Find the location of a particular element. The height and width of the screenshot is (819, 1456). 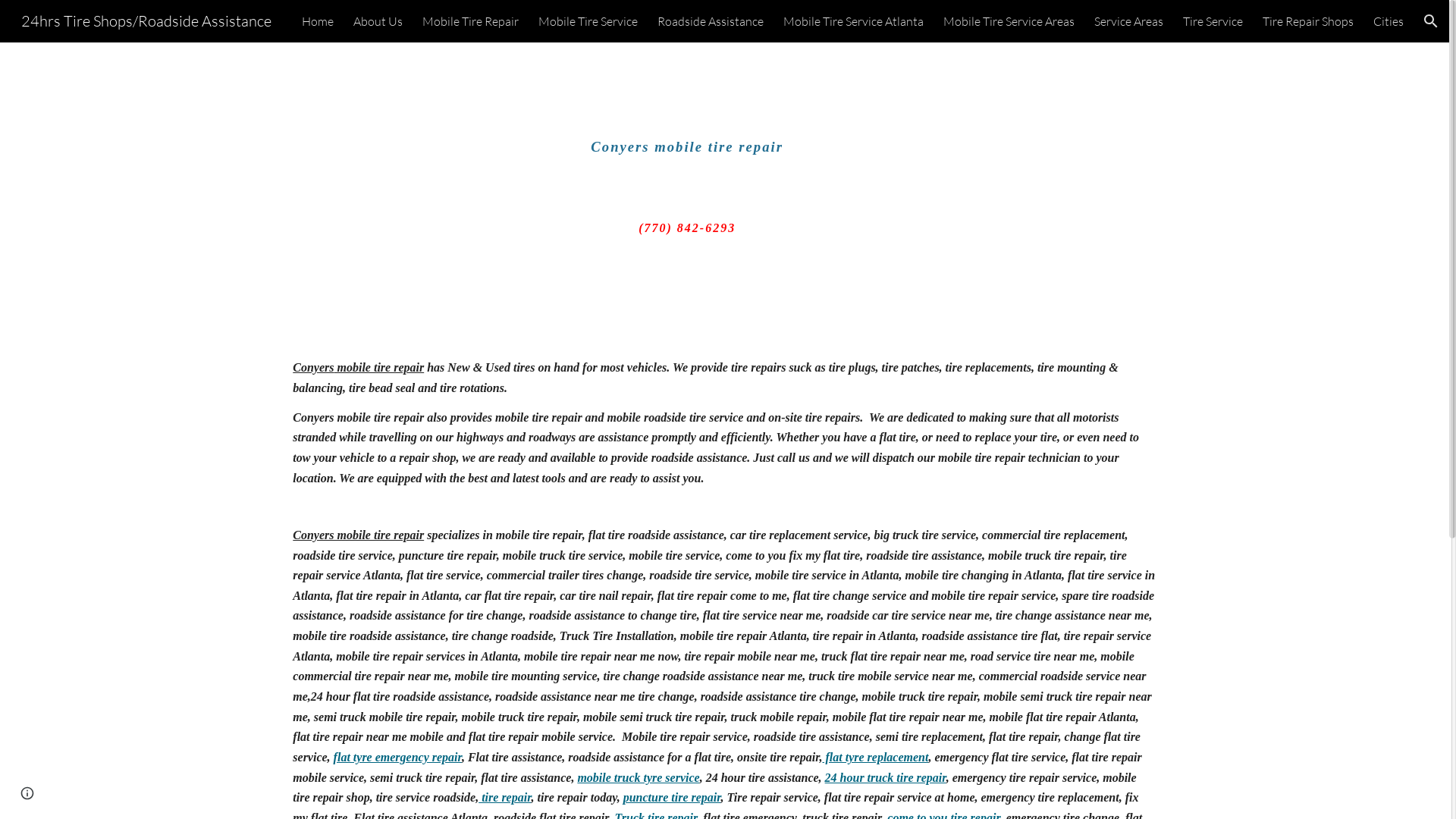

'Mobile Tire Service Atlanta' is located at coordinates (853, 20).